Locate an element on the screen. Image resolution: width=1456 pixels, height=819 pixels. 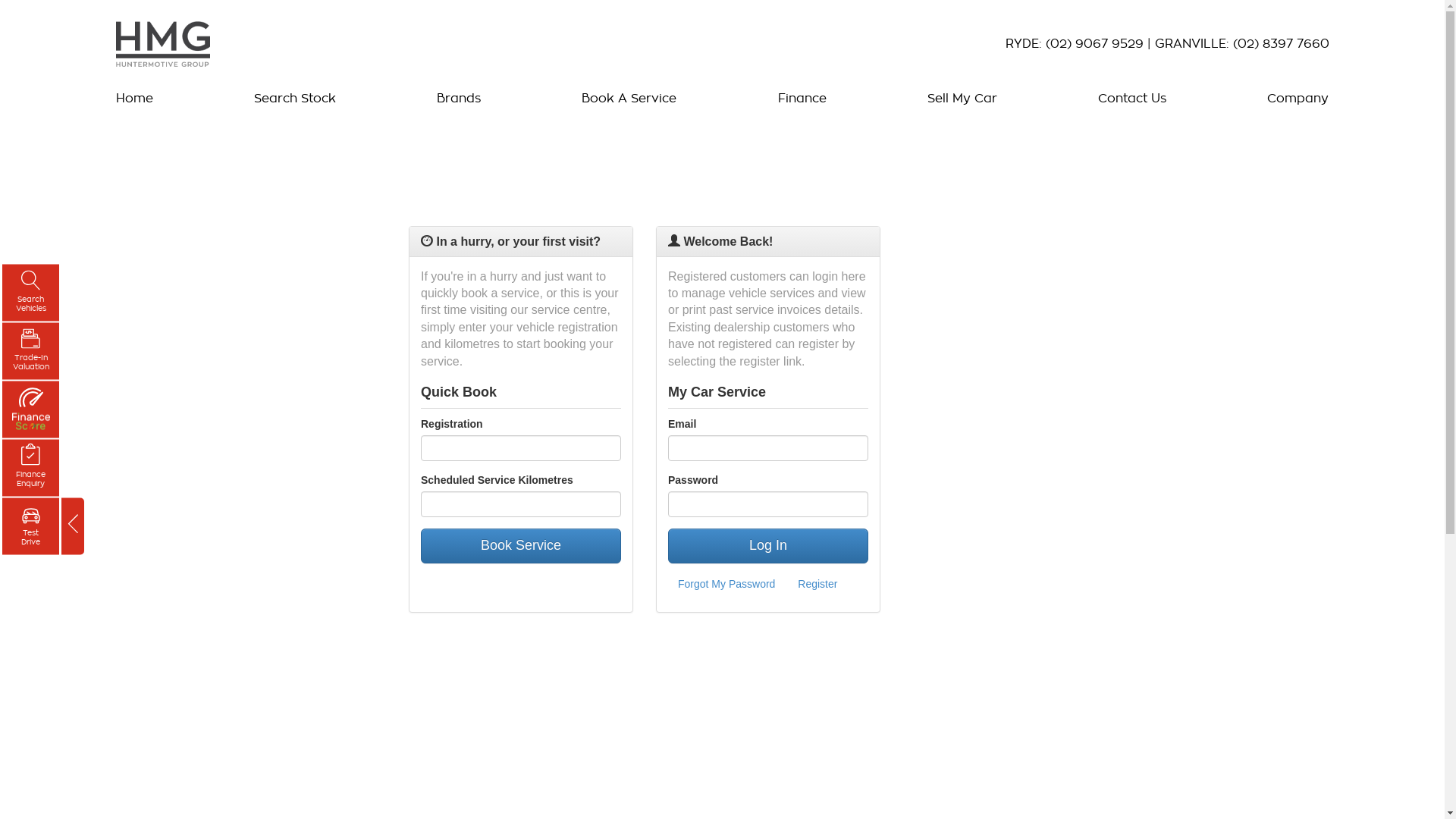
'Sell My Car' is located at coordinates (961, 99).